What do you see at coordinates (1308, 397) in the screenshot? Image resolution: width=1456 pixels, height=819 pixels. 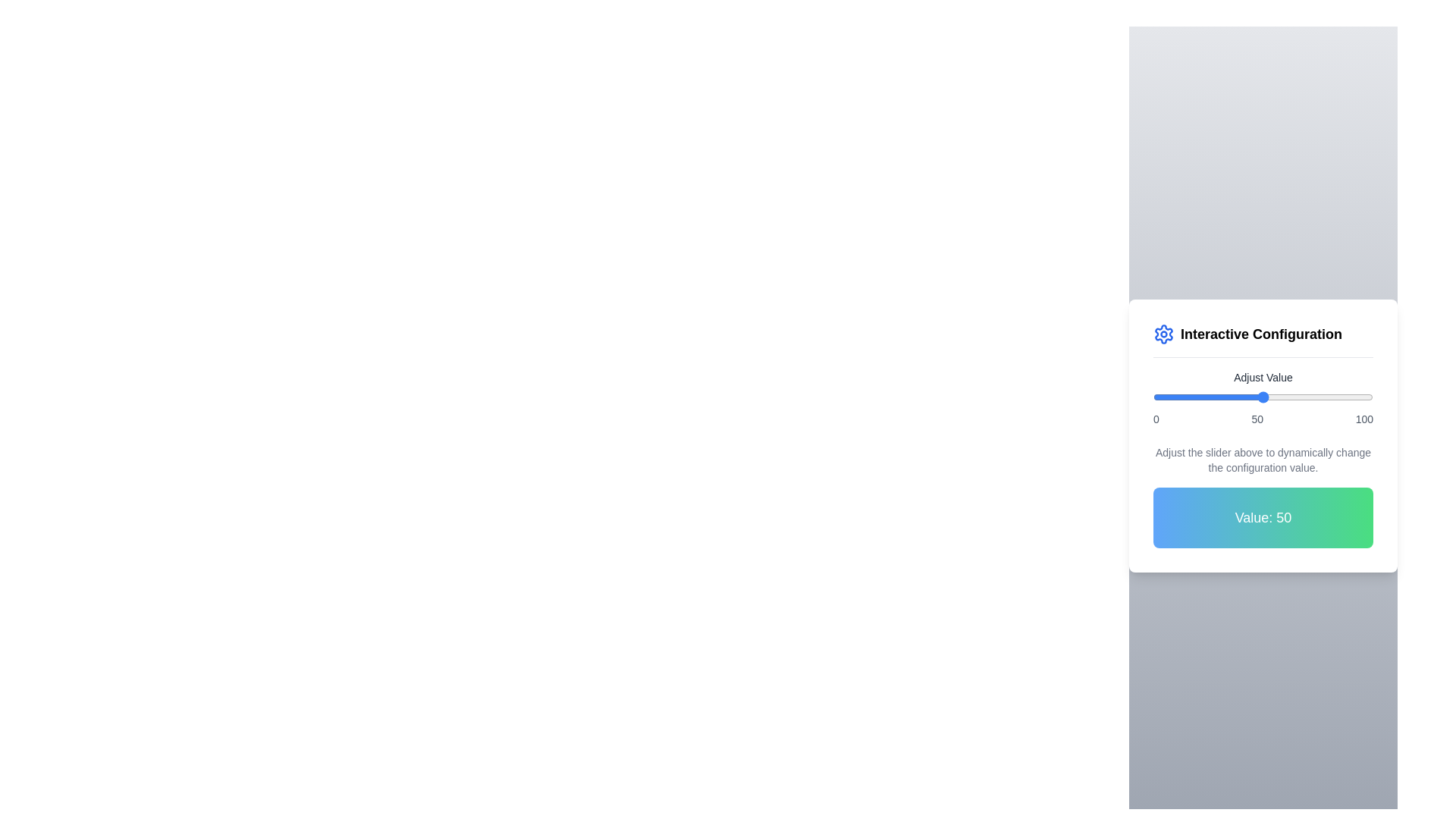 I see `the slider to set its value to 71` at bounding box center [1308, 397].